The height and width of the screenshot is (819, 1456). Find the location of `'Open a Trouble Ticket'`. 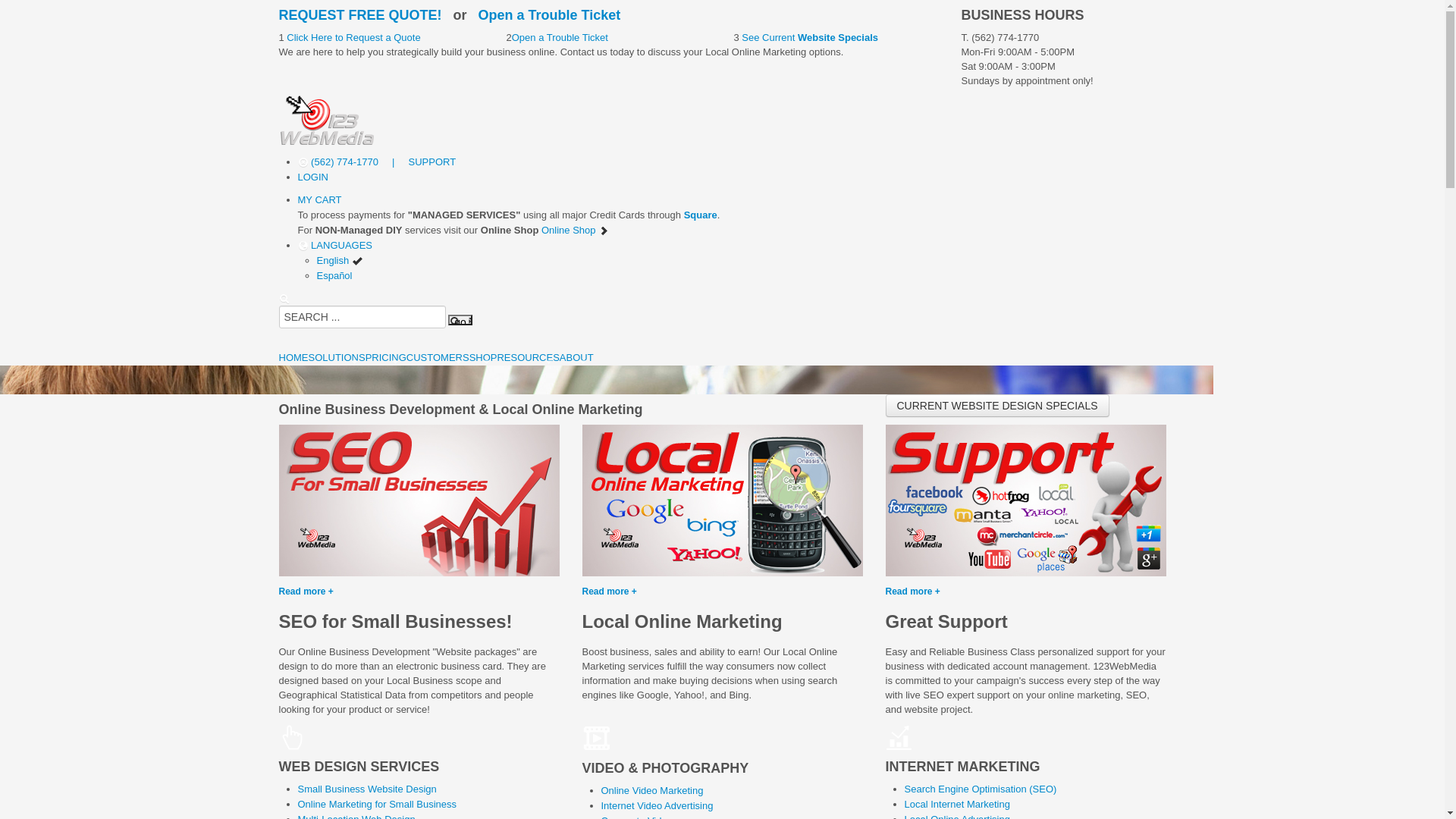

'Open a Trouble Ticket' is located at coordinates (548, 14).